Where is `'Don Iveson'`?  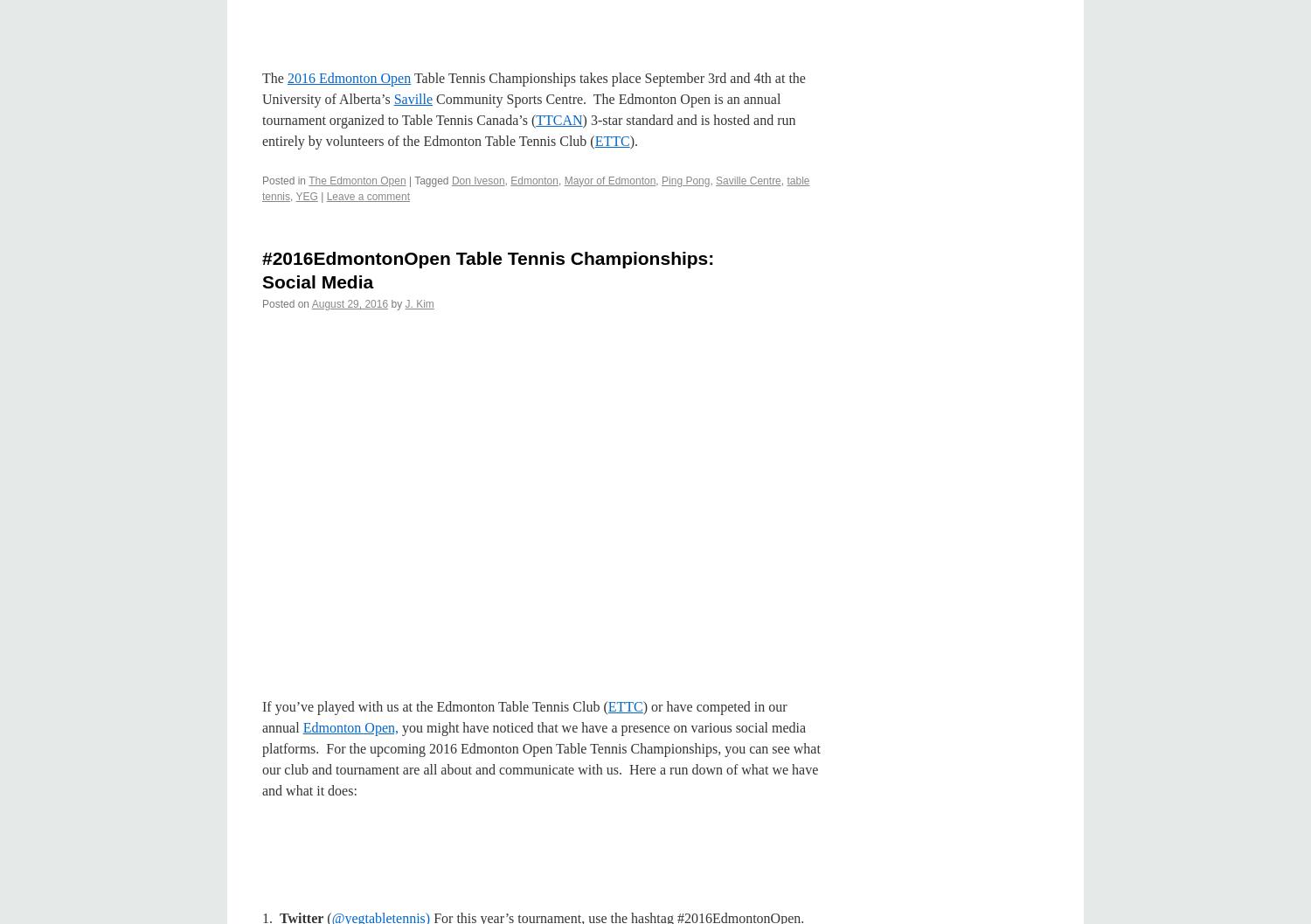 'Don Iveson' is located at coordinates (477, 180).